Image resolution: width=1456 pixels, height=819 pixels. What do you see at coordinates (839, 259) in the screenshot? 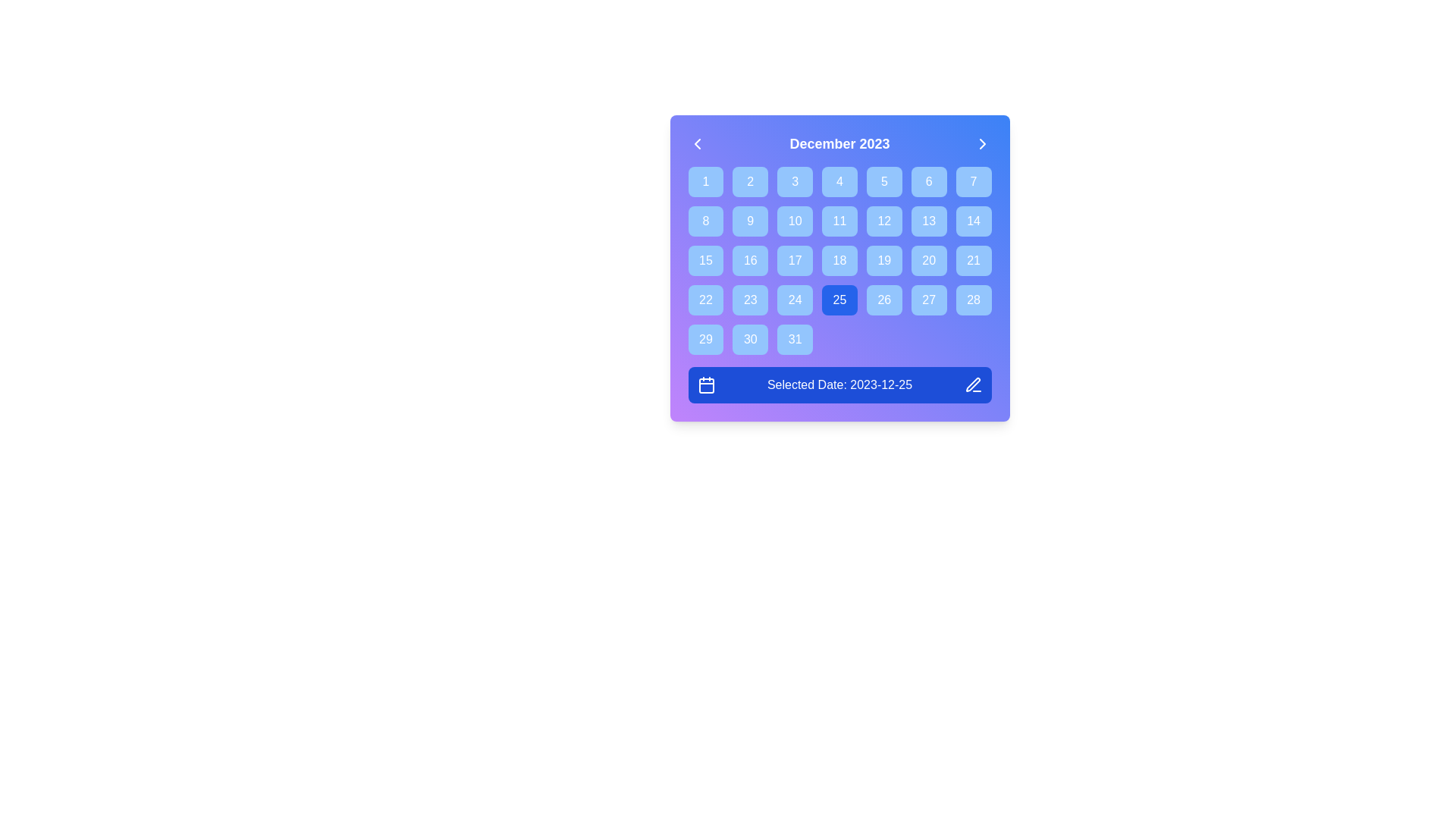
I see `the blue rounded rectangle button displaying the number '18' located in the fourth row and fourth column of the calendar grid` at bounding box center [839, 259].